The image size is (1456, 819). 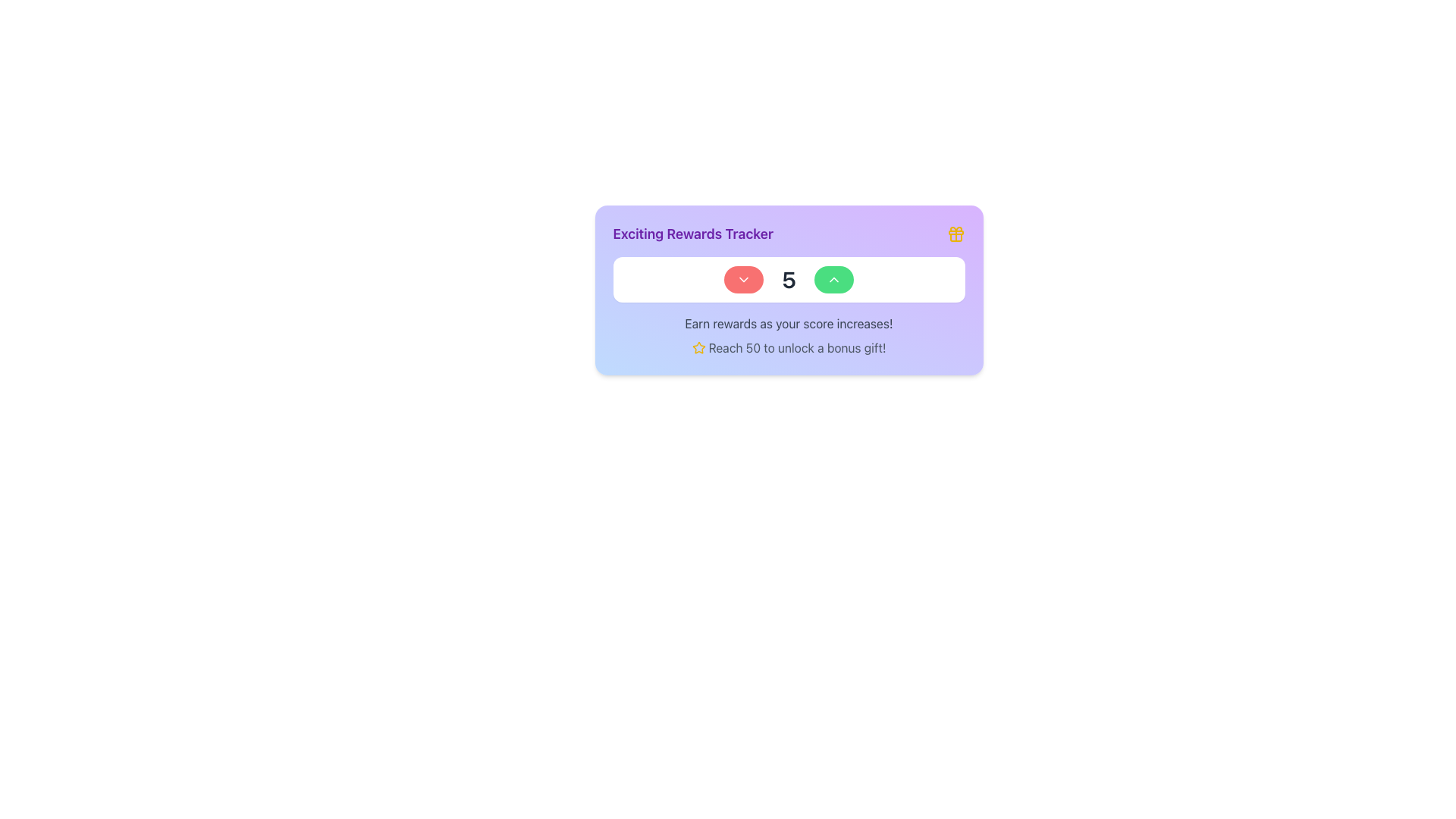 What do you see at coordinates (833, 280) in the screenshot?
I see `the chevron upwards icon button, which is styled in green and located to the right of the numeric value '5' in the rewards tracker interface, to increment the value` at bounding box center [833, 280].